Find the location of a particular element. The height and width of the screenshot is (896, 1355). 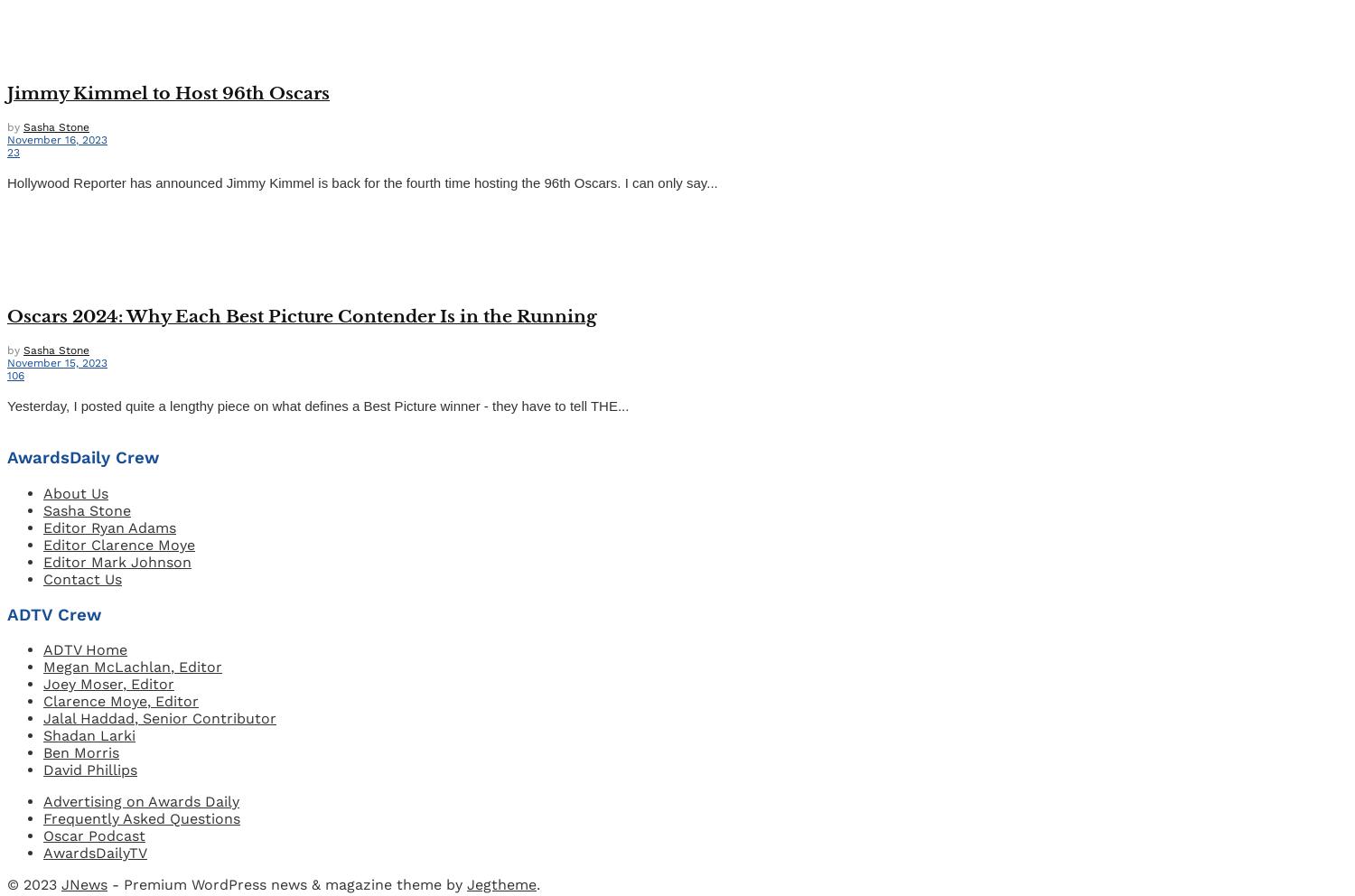

'AwardsDaily Crew' is located at coordinates (81, 457).